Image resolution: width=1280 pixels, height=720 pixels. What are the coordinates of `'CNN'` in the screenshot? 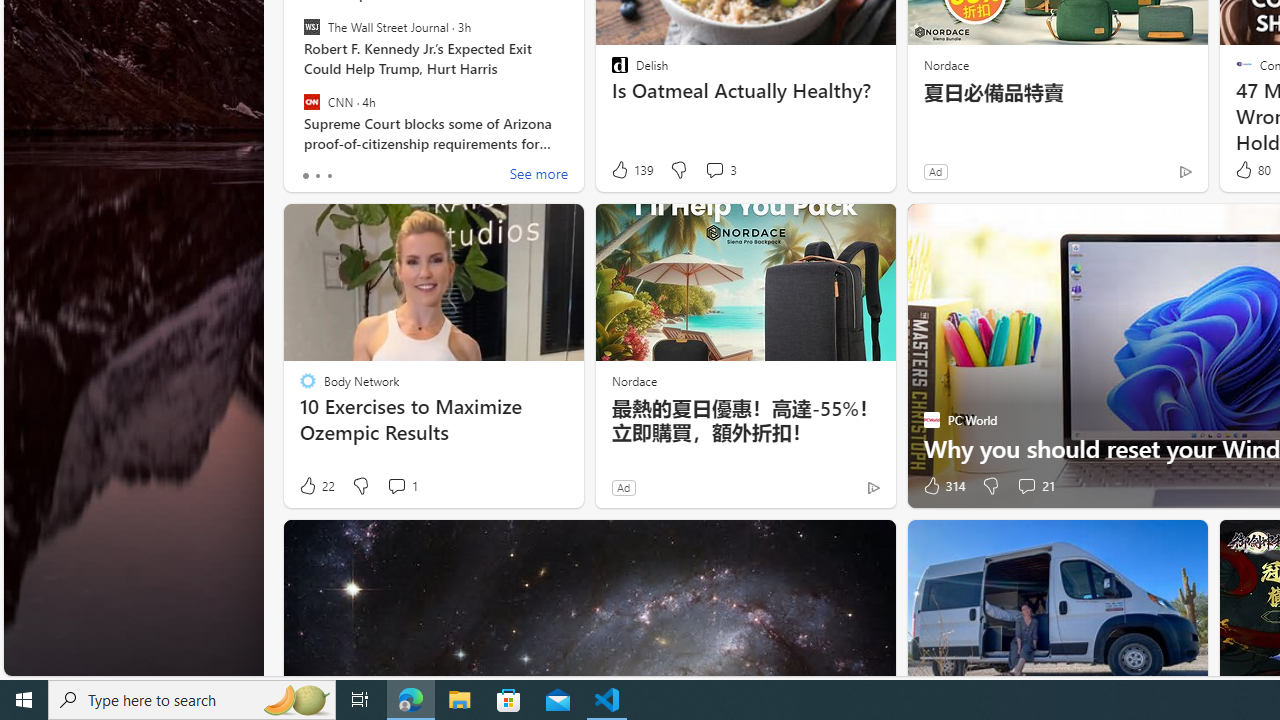 It's located at (310, 101).